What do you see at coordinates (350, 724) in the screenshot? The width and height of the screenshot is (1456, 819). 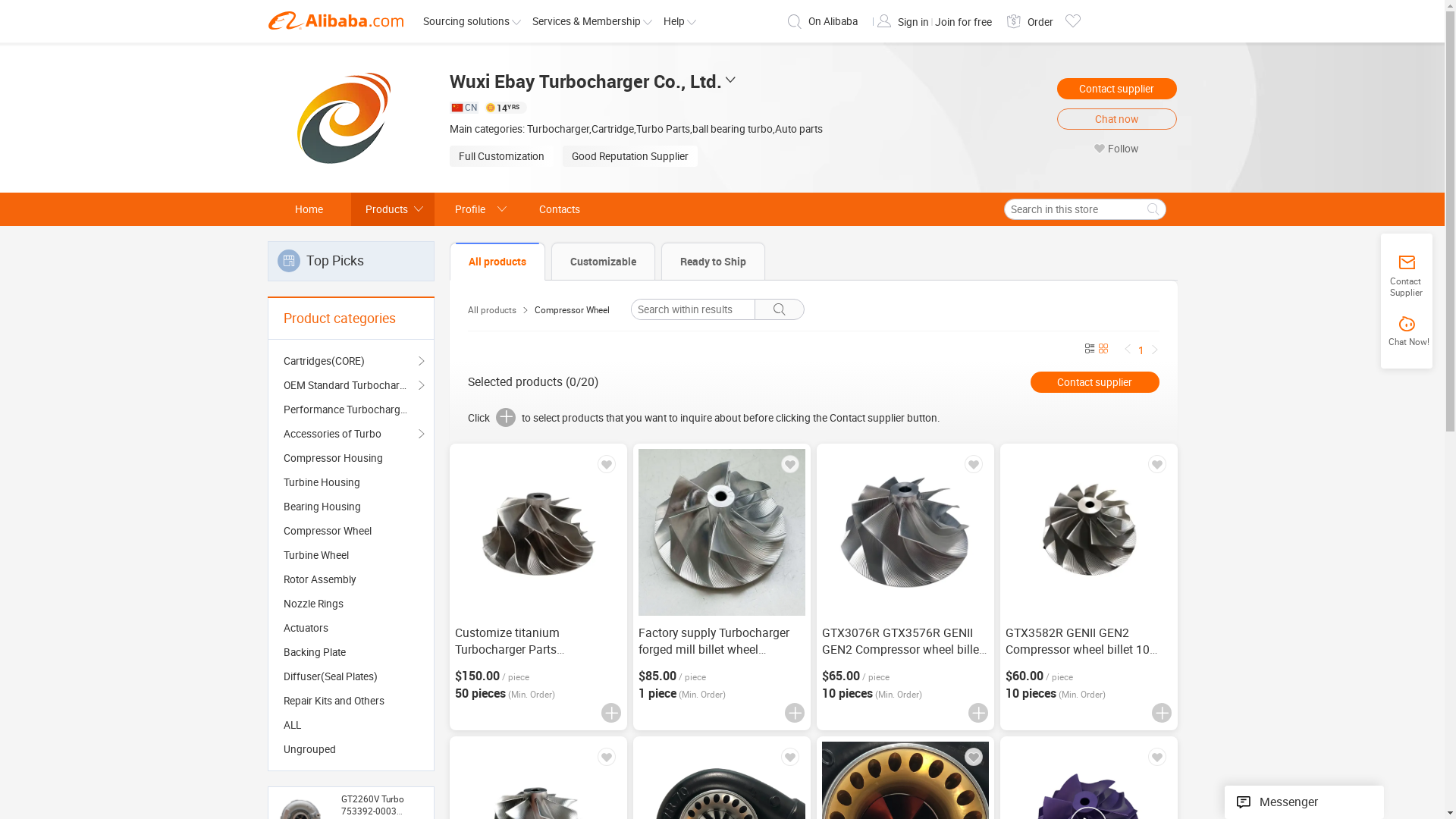 I see `'ALL'` at bounding box center [350, 724].